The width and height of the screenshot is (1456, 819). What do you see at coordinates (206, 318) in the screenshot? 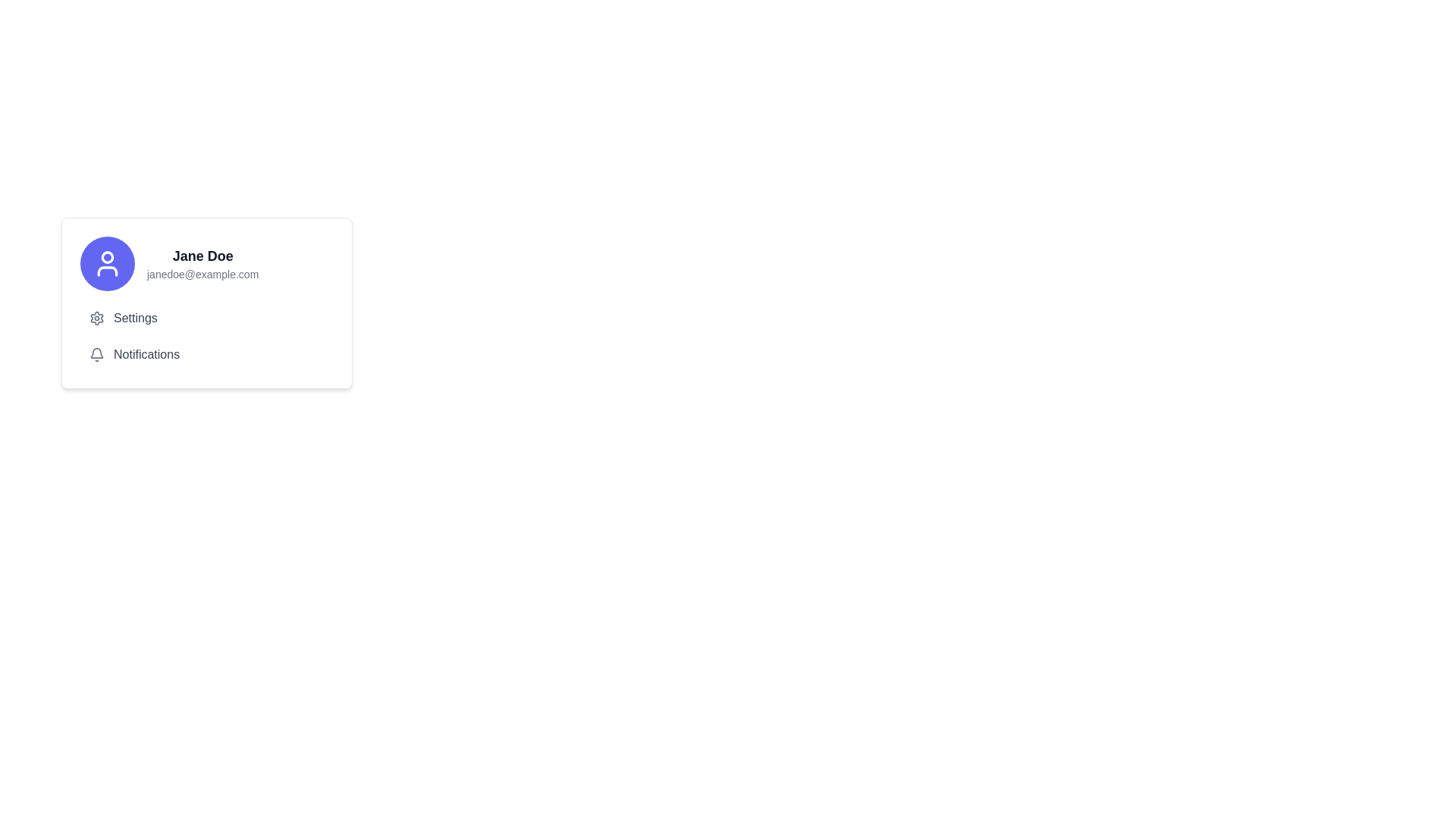
I see `the settings navigation button located below the user information section` at bounding box center [206, 318].